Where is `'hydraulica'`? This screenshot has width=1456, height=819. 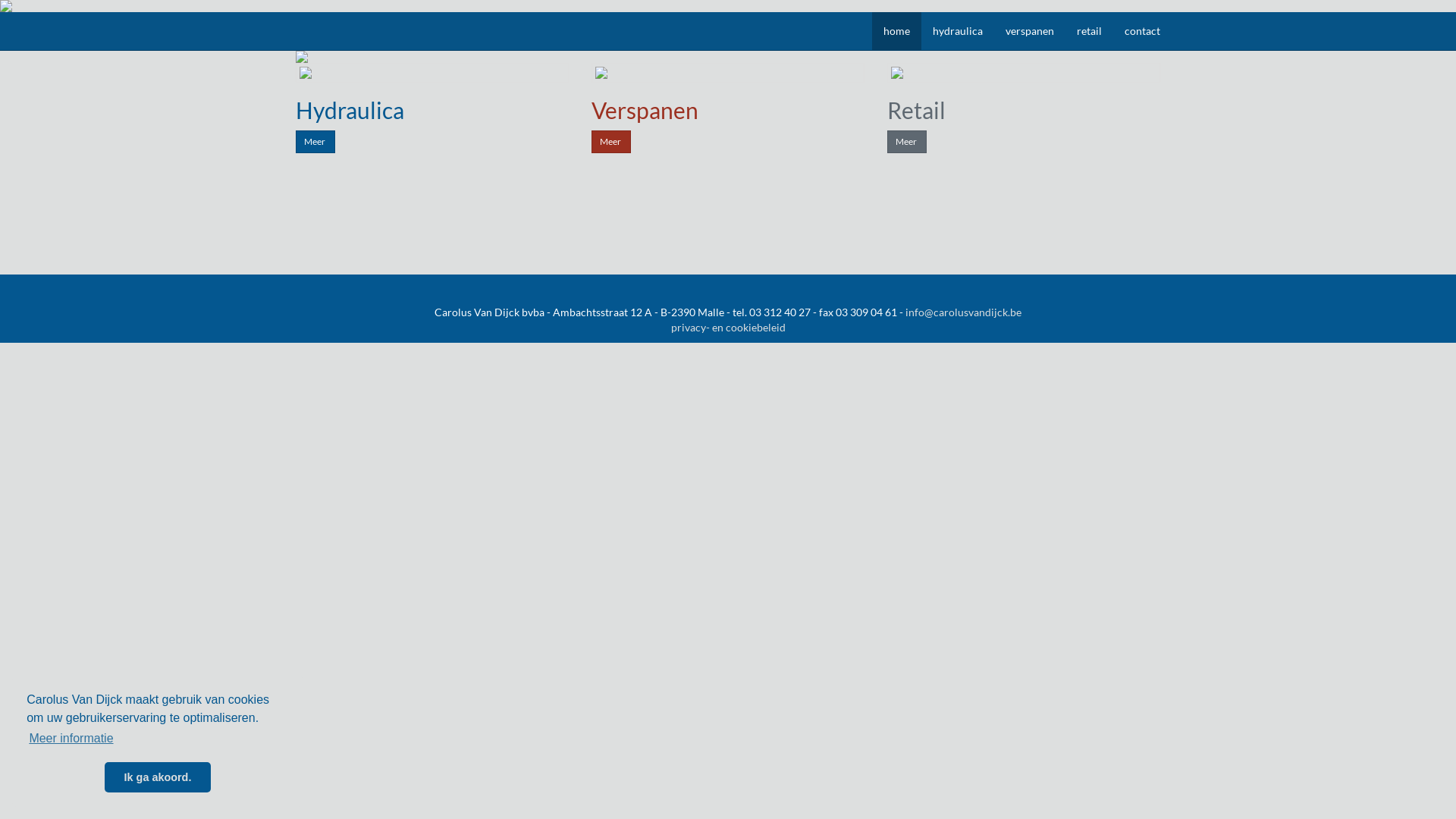 'hydraulica' is located at coordinates (920, 31).